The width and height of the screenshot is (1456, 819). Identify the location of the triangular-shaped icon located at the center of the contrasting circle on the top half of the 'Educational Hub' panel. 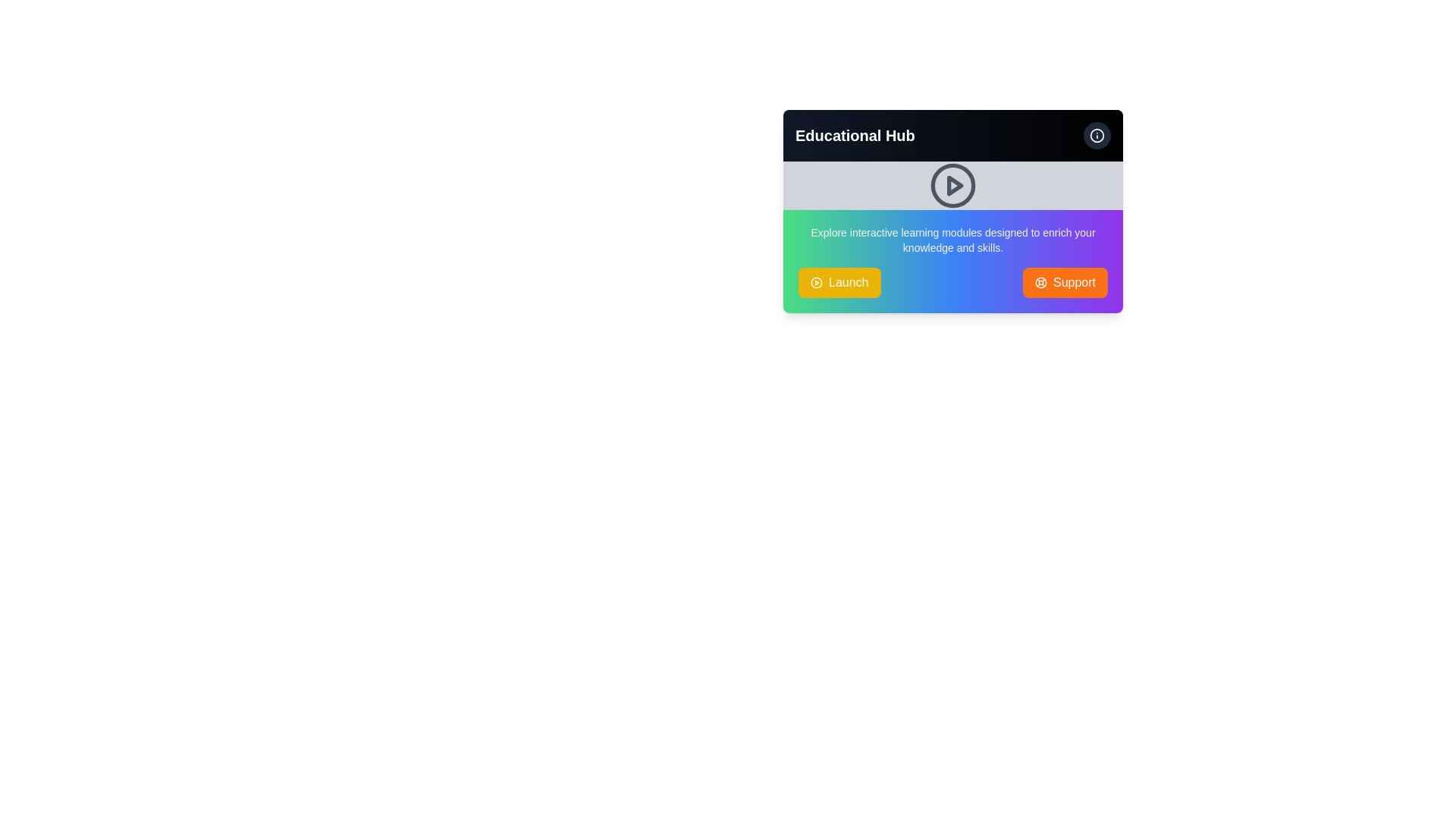
(954, 185).